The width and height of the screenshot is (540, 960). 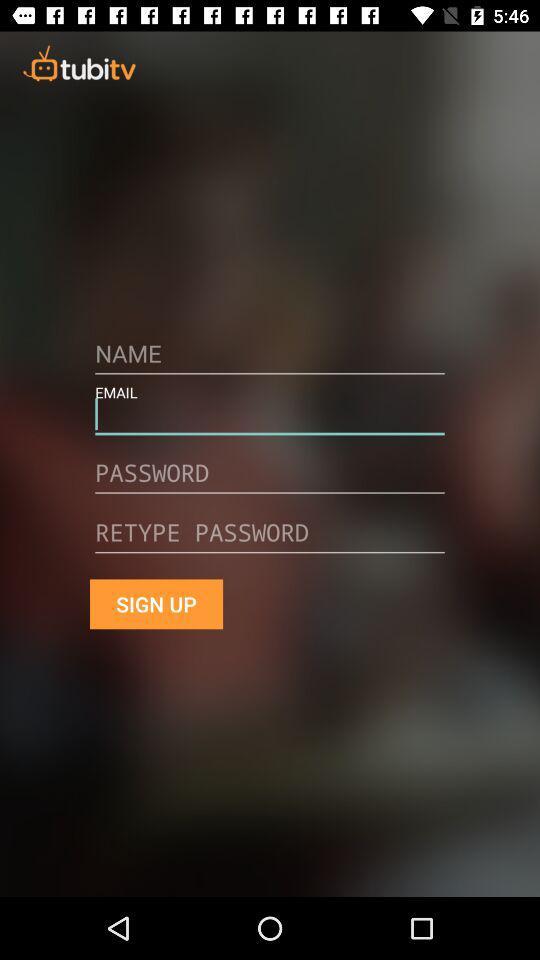 I want to click on password type option, so click(x=270, y=539).